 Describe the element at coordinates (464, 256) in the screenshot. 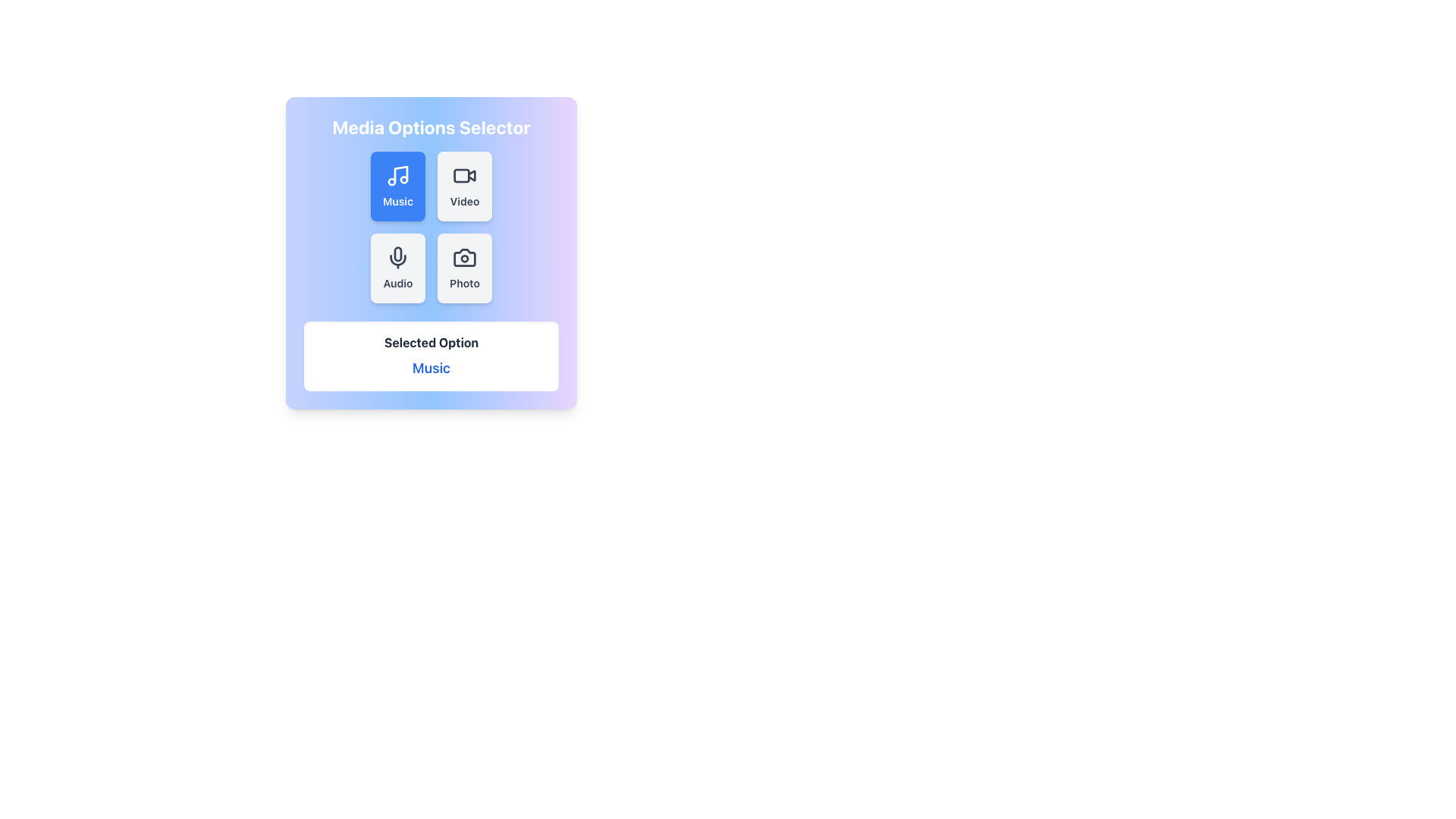

I see `the 'Photo' media type SVG Vector Icon located in the bottom-right cell of the media option grid` at that location.